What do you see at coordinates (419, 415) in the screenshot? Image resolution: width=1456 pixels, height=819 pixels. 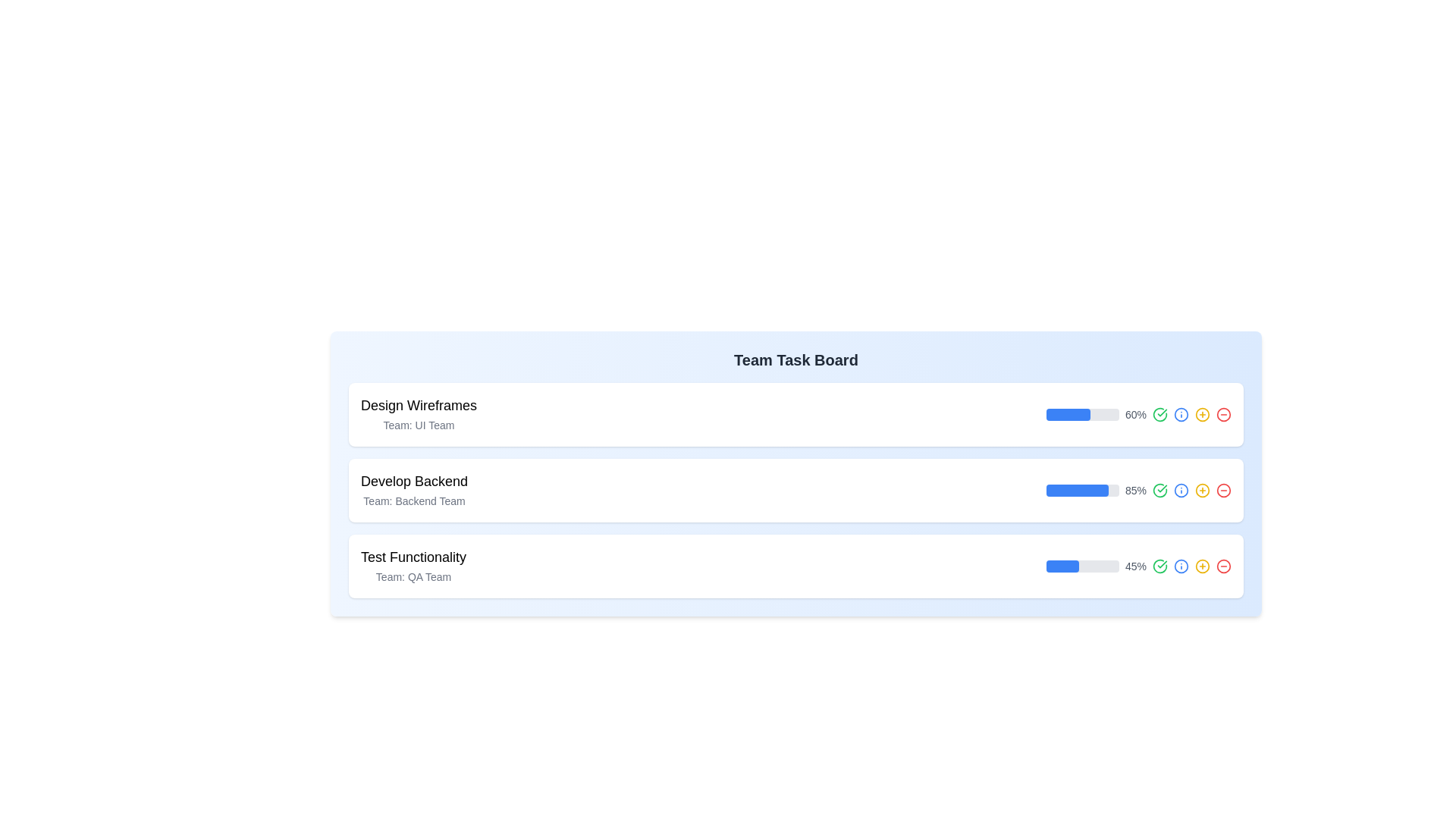 I see `the text block displaying 'Design Wireframes' and 'Team: UI Team', which is the topmost task item under the 'Team Task Board'` at bounding box center [419, 415].